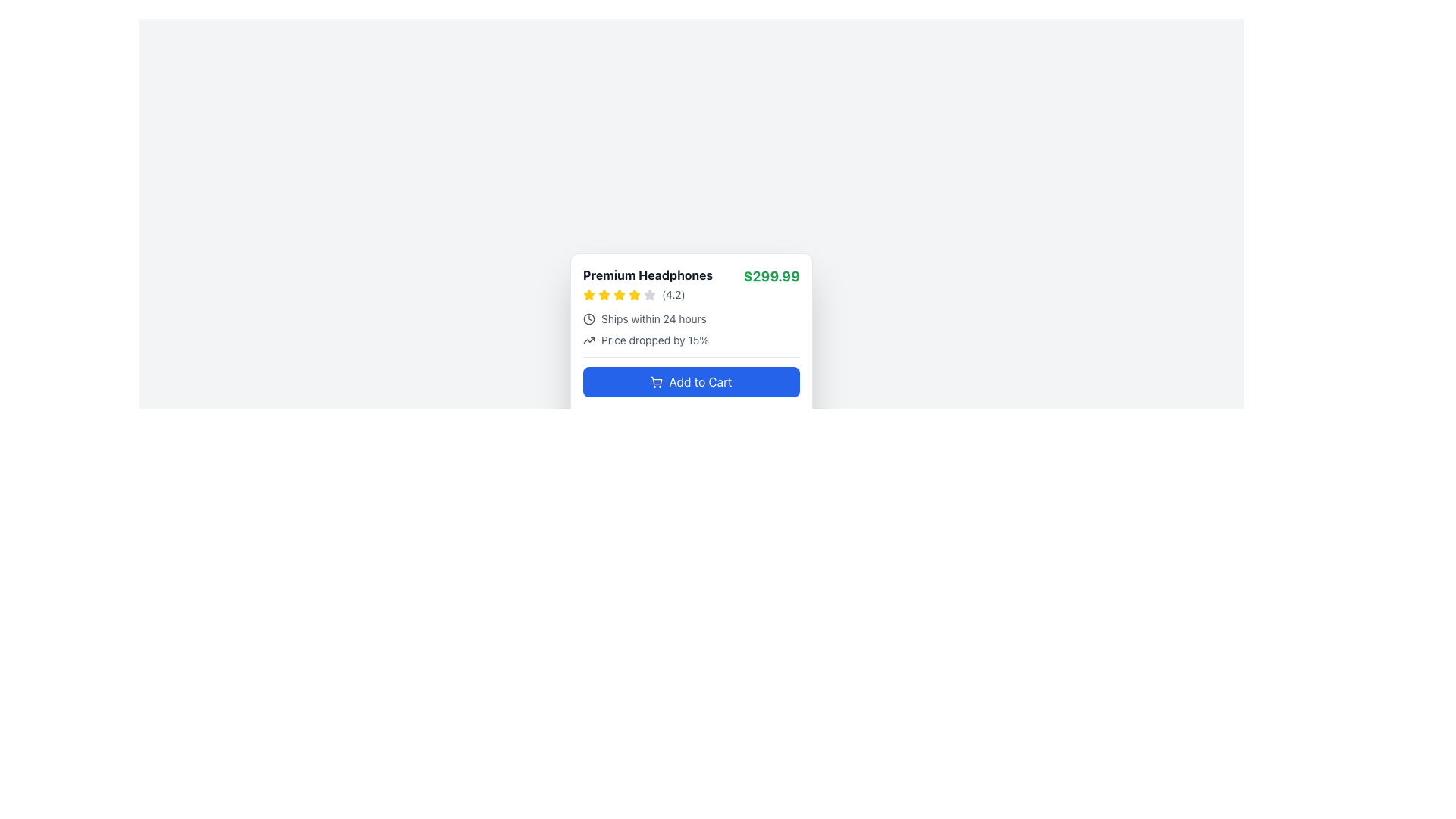  I want to click on the second star in the five-star rating system to interact with the rating, so click(619, 294).